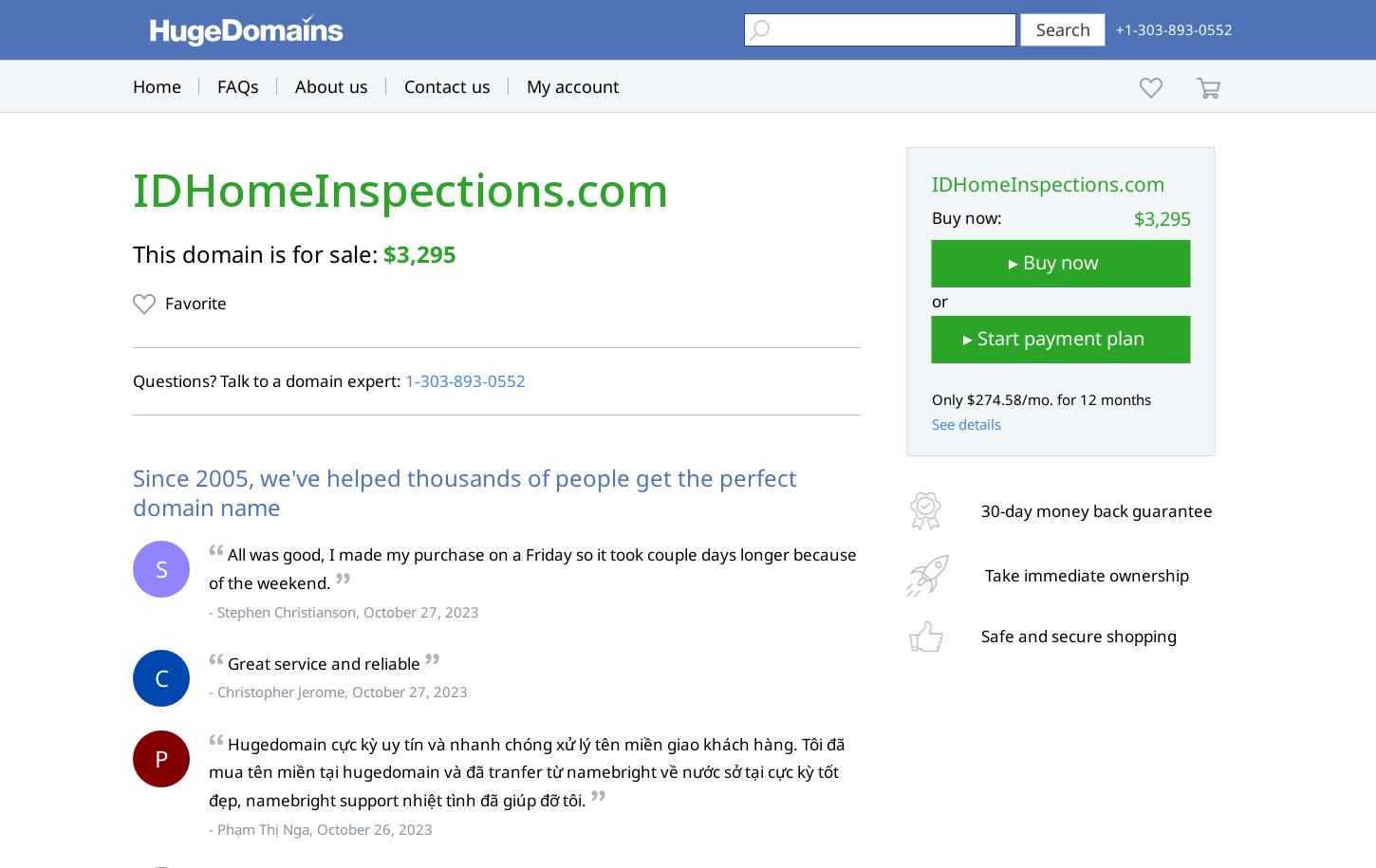 The image size is (1376, 868). I want to click on '$3,295', so click(418, 252).